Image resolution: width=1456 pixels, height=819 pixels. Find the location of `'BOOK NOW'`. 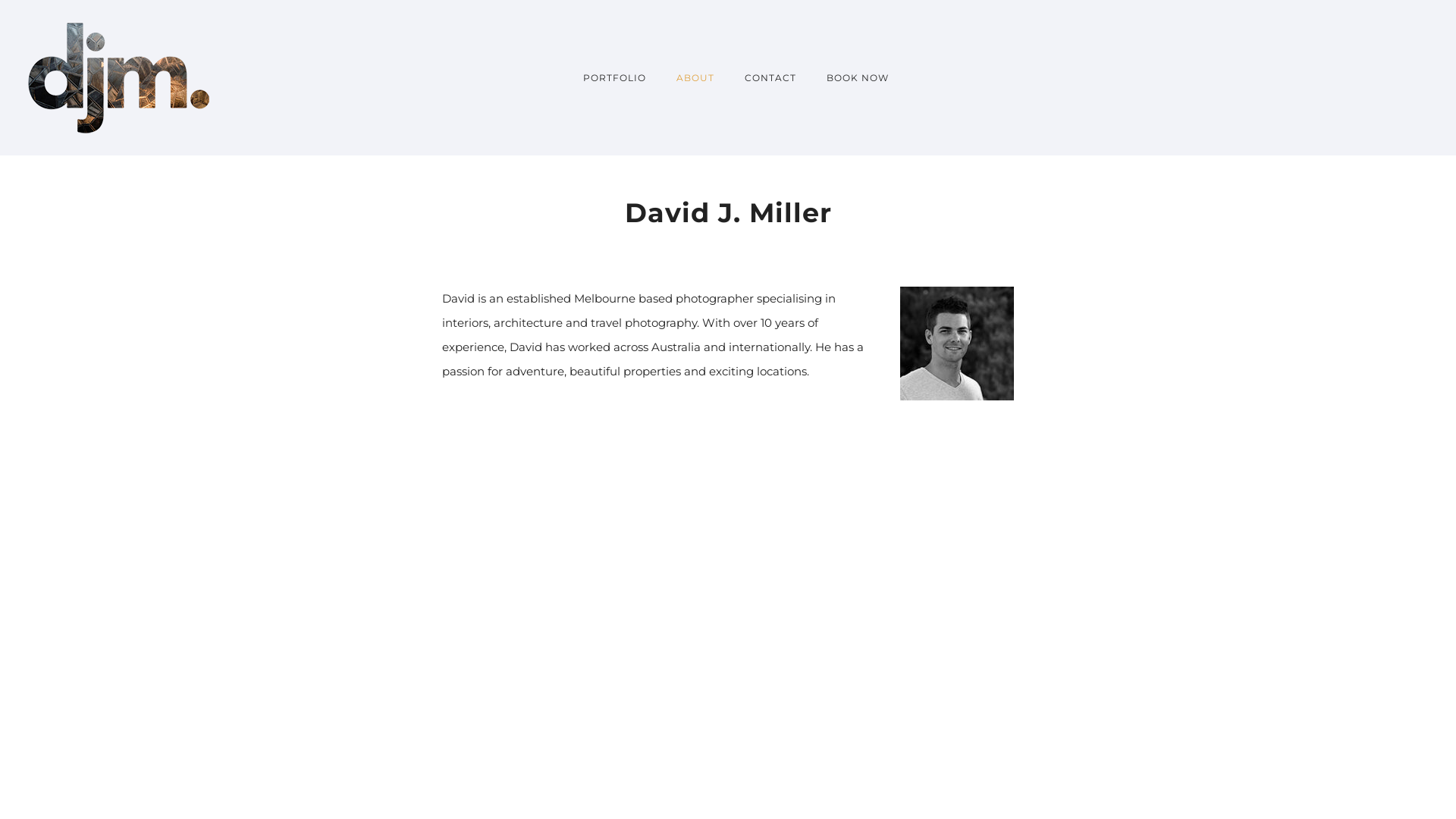

'BOOK NOW' is located at coordinates (850, 77).